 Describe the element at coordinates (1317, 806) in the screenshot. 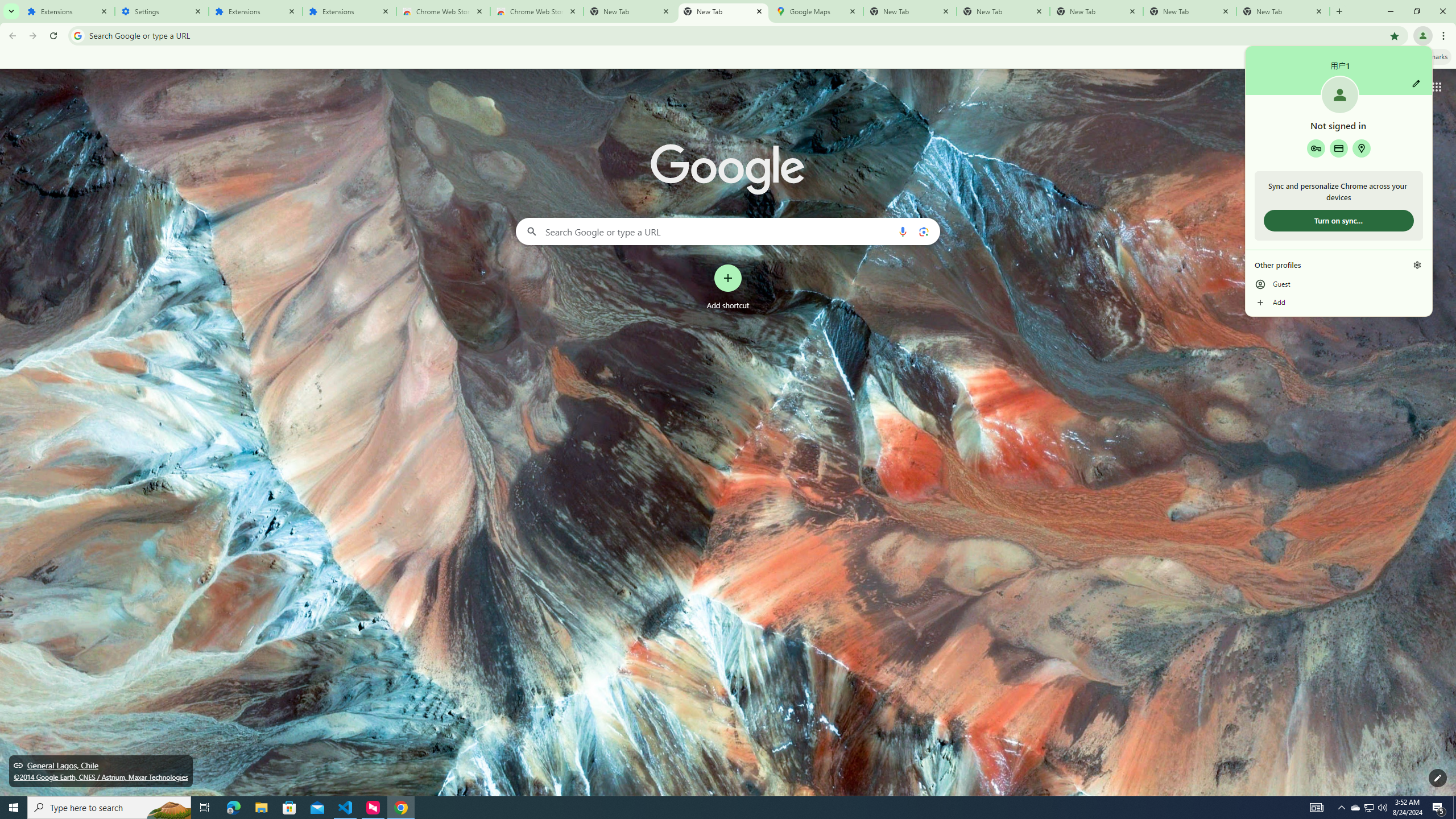

I see `'AutomationID: 4105'` at that location.